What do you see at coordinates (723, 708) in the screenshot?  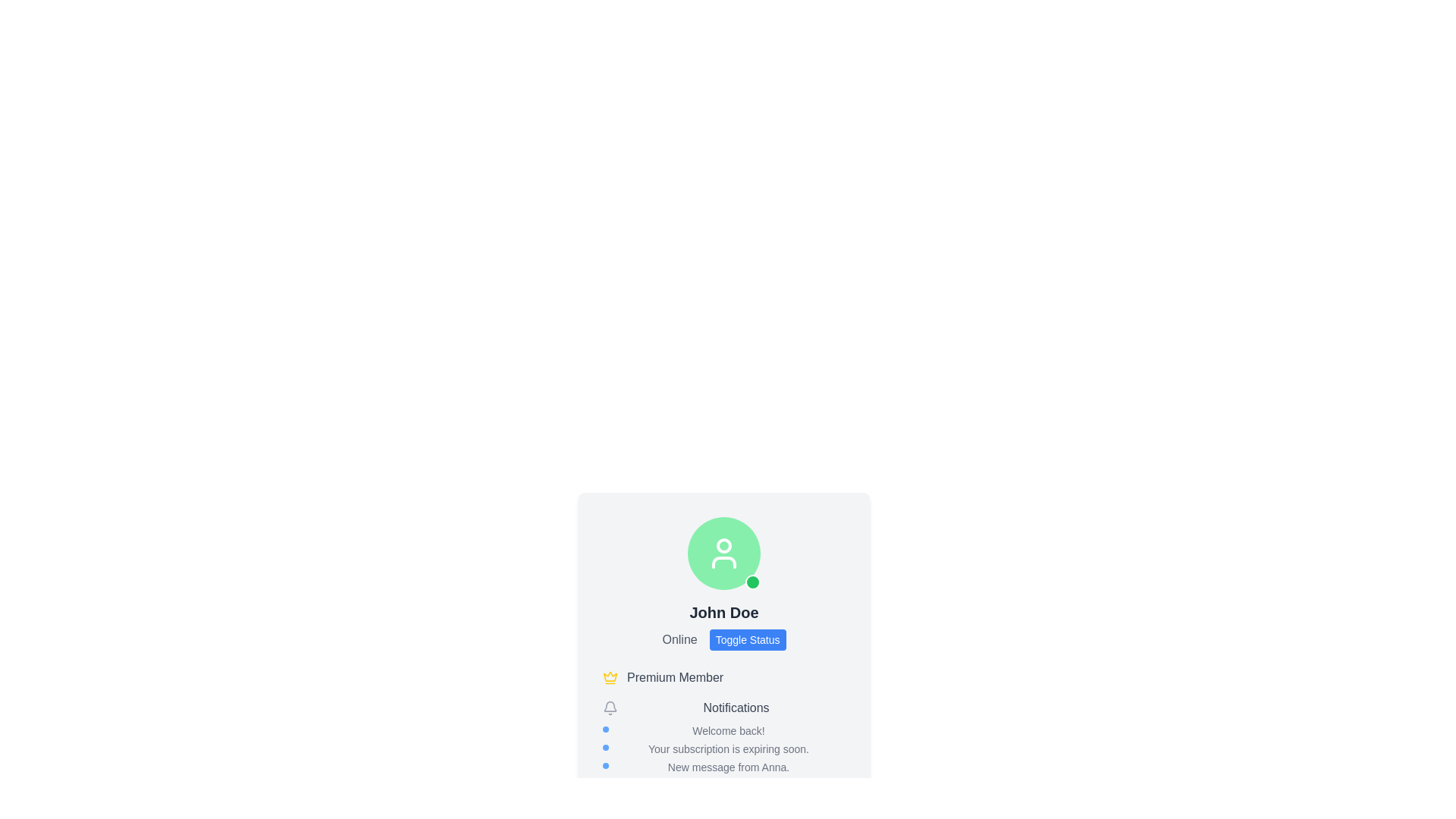 I see `the notifications section header label with icon, which is located below the 'Premium Member' text and above the list of notifications` at bounding box center [723, 708].